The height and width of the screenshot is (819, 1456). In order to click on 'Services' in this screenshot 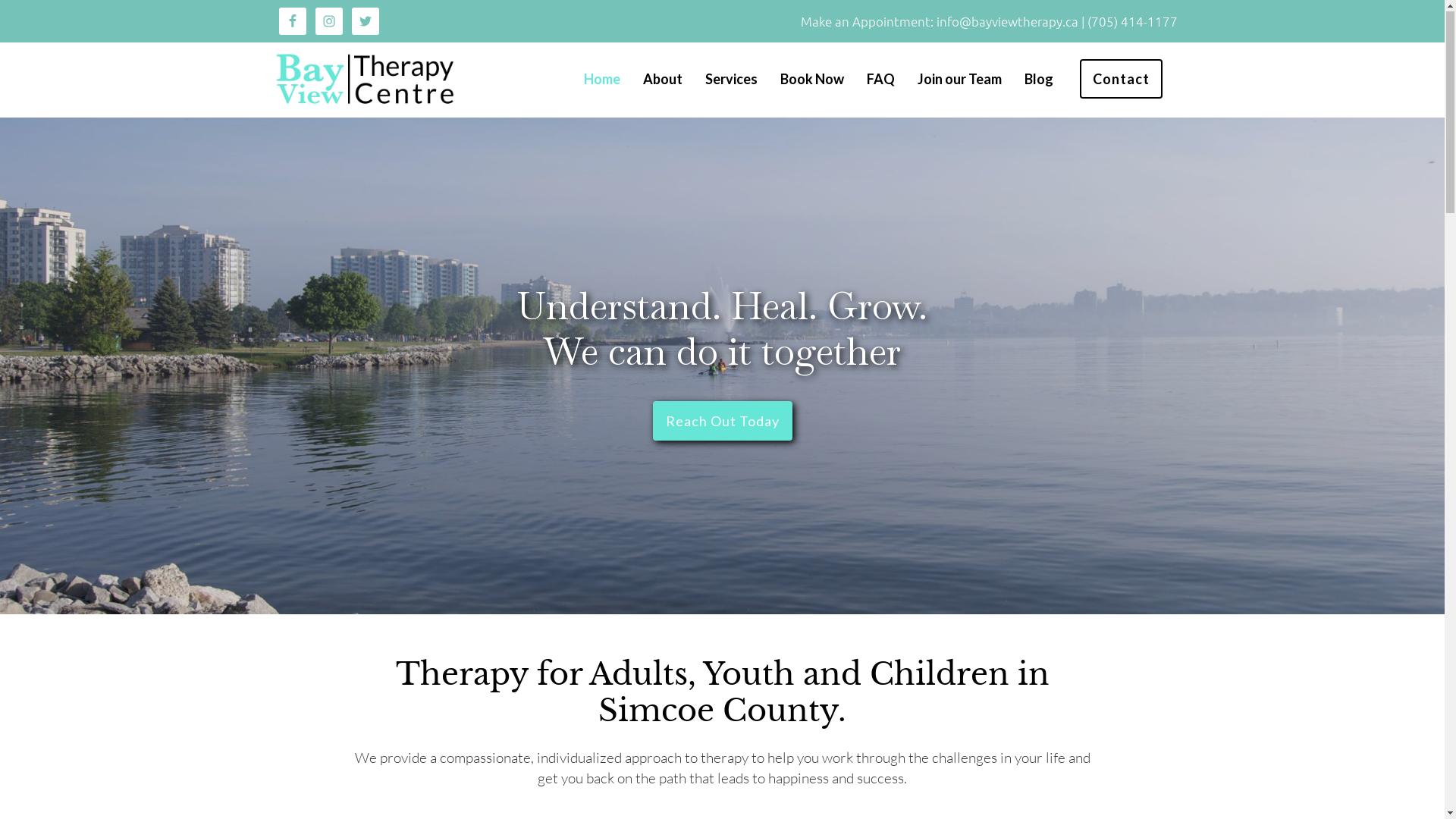, I will do `click(731, 79)`.